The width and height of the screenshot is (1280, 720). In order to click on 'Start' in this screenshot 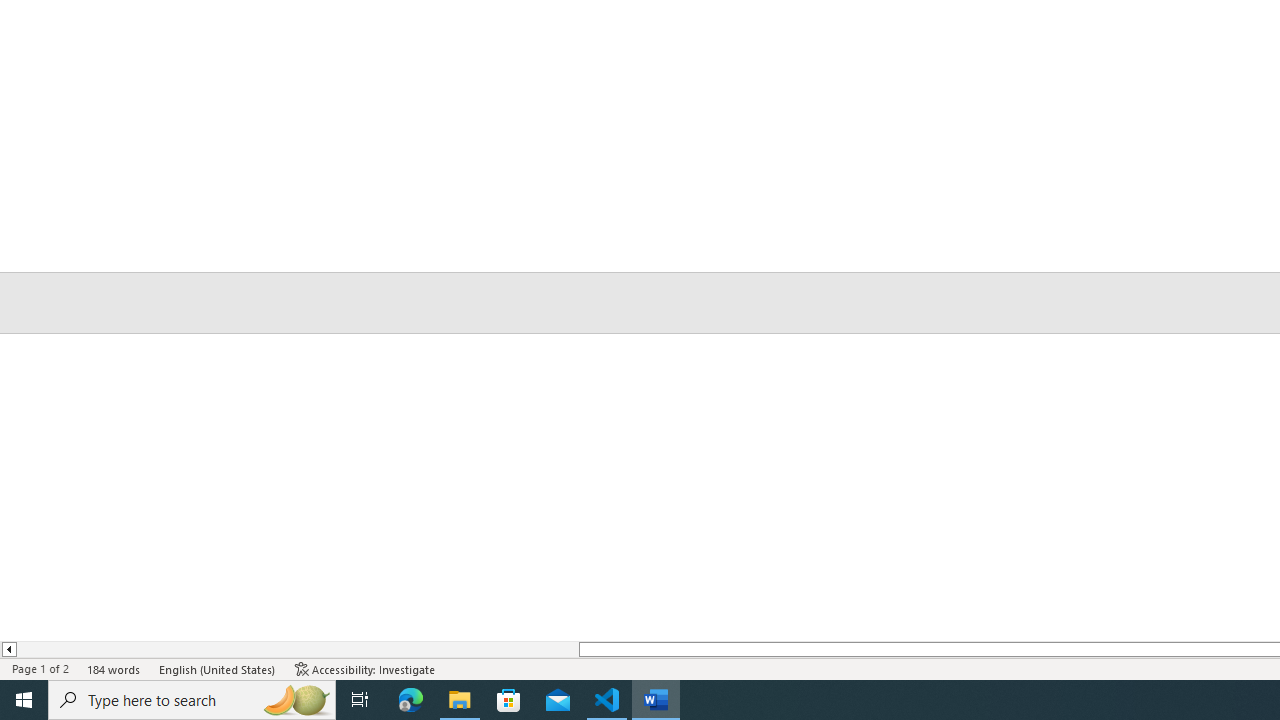, I will do `click(24, 698)`.